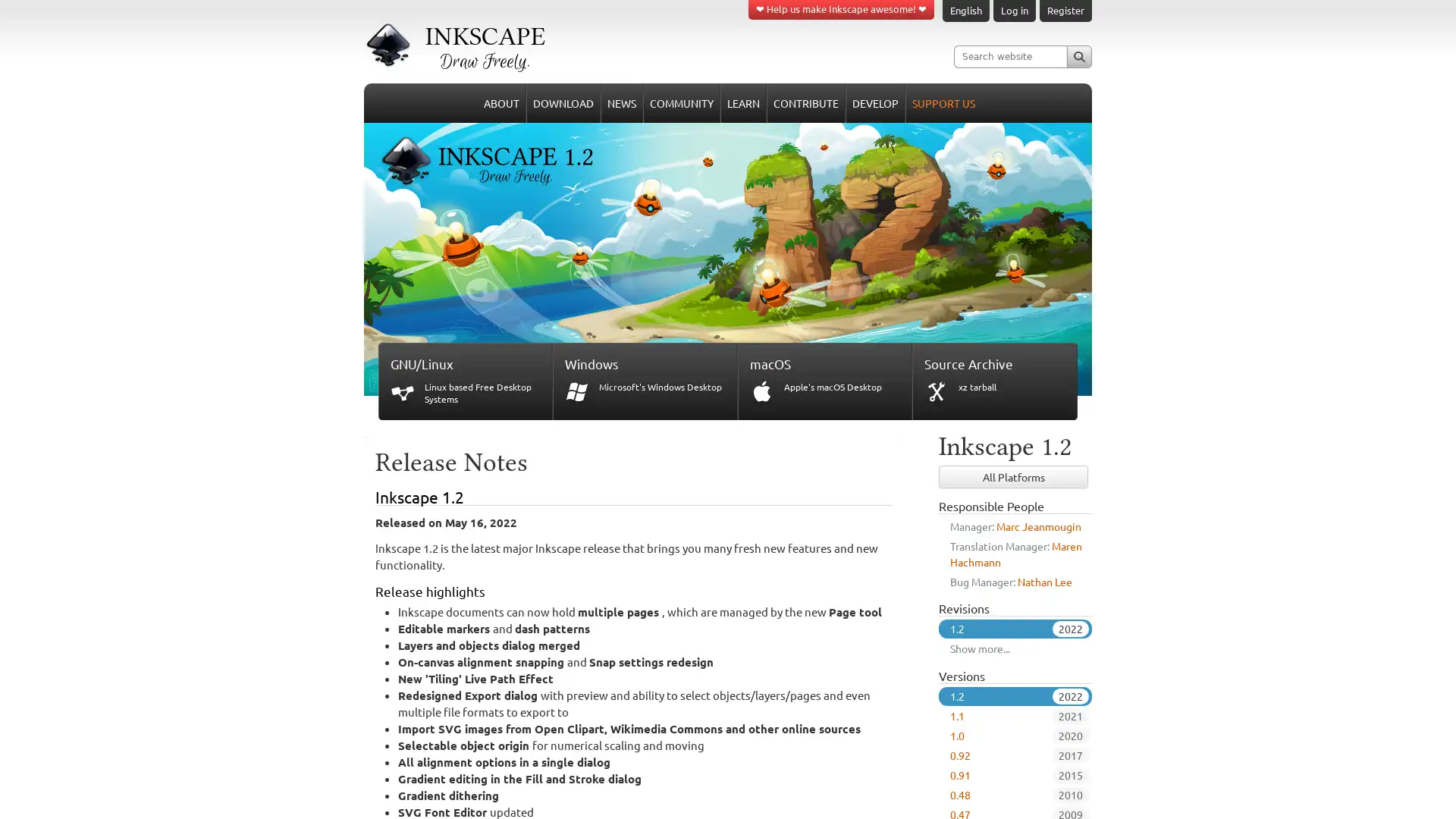 This screenshot has height=819, width=1456. I want to click on Search, so click(1078, 55).